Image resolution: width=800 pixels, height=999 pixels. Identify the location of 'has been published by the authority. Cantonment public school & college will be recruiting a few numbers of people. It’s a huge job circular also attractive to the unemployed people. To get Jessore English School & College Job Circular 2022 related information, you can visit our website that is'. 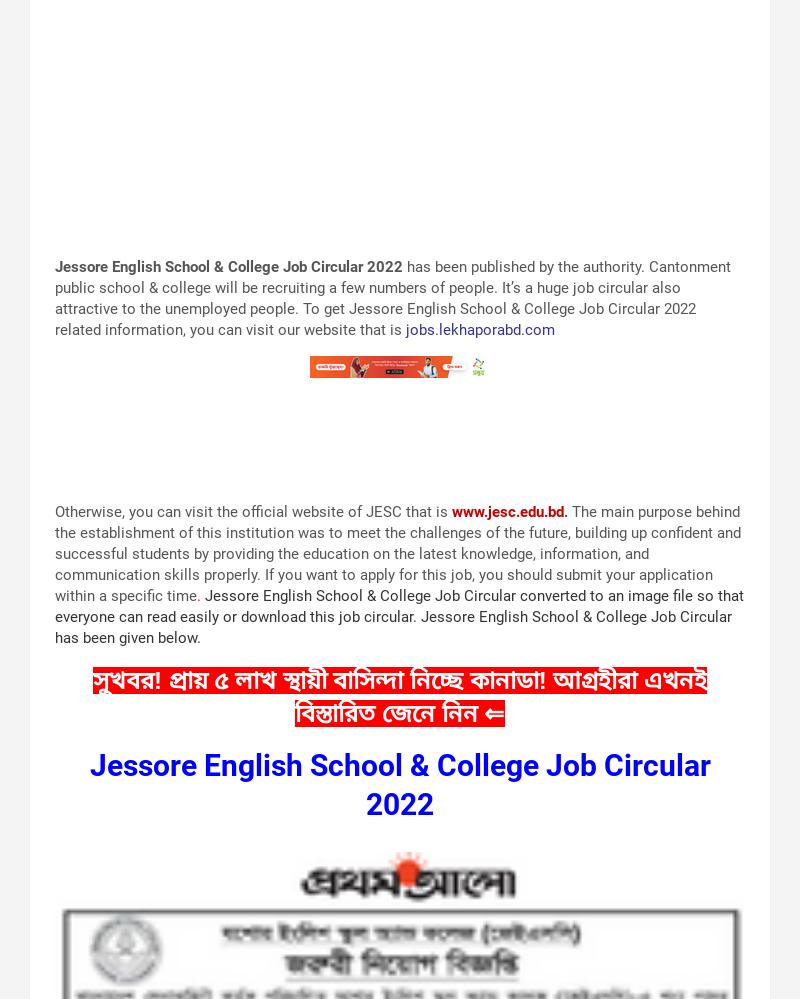
(54, 296).